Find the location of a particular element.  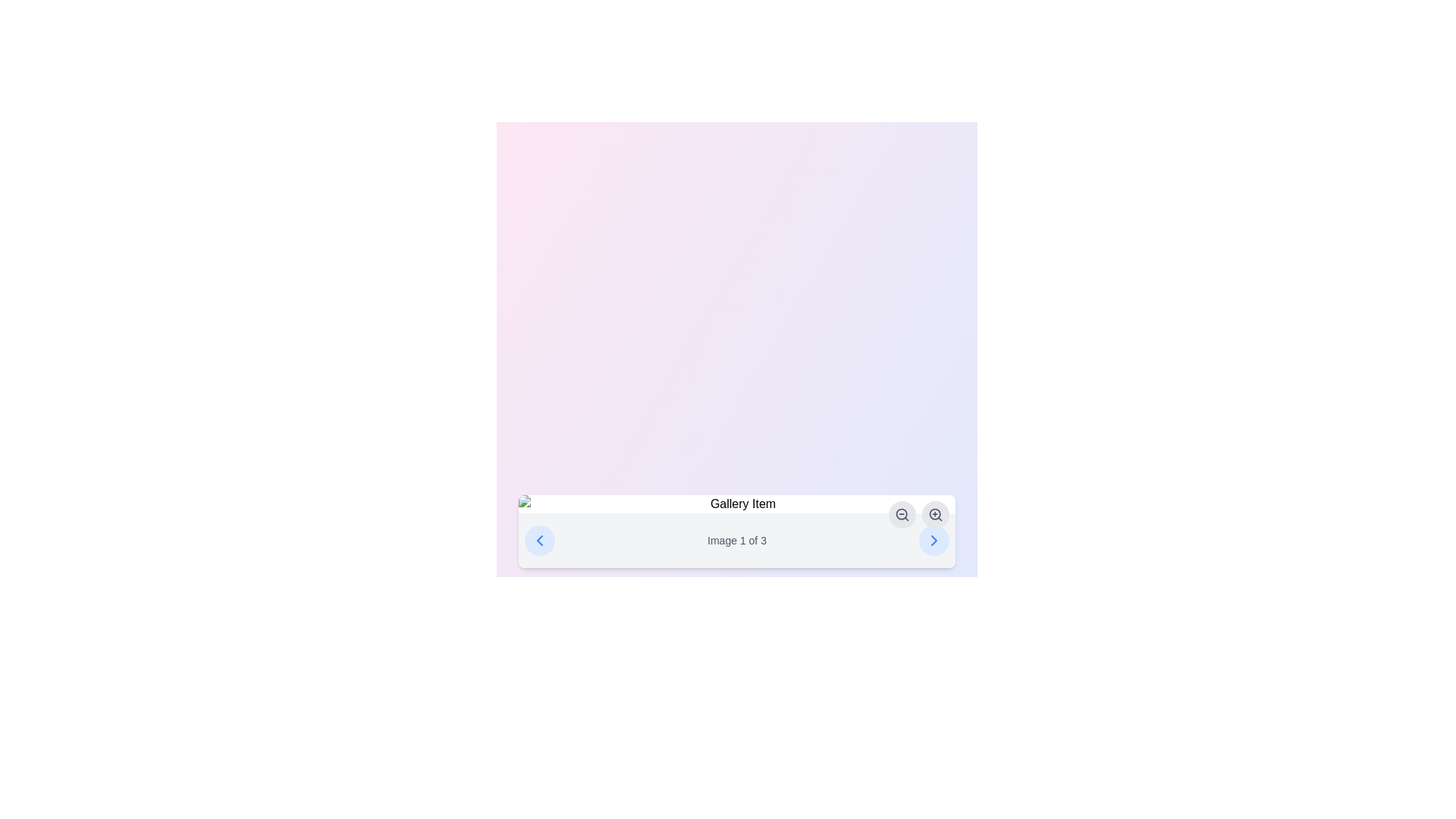

the central decorative element of the zoom-in icon located at the far-right end of the toolbar at the bottom of the interface is located at coordinates (934, 513).